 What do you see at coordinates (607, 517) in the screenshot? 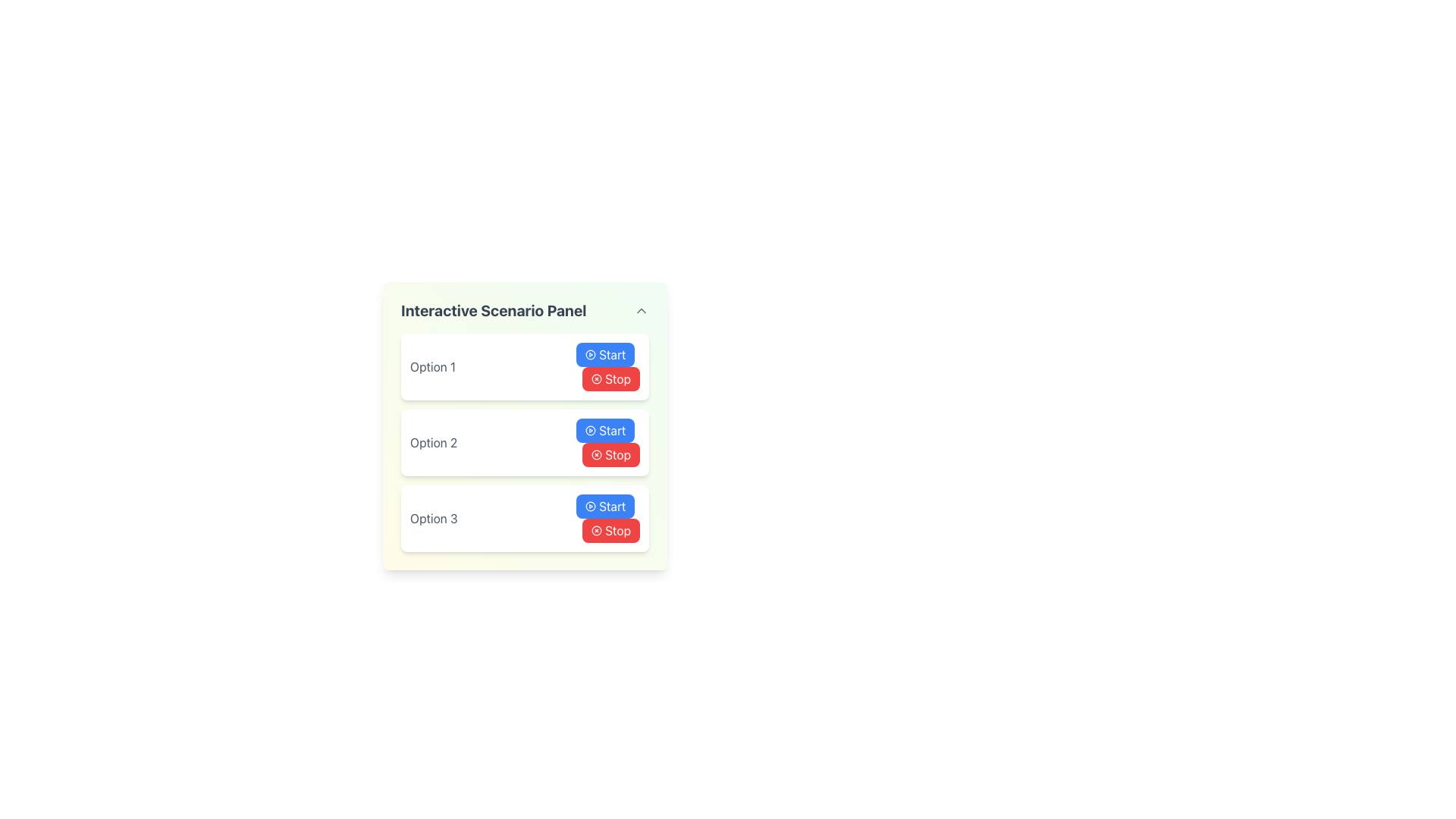
I see `the blue 'Start' button located in the third group labeled 'Option 3' in the 'Interactive Scenario Panel'` at bounding box center [607, 517].